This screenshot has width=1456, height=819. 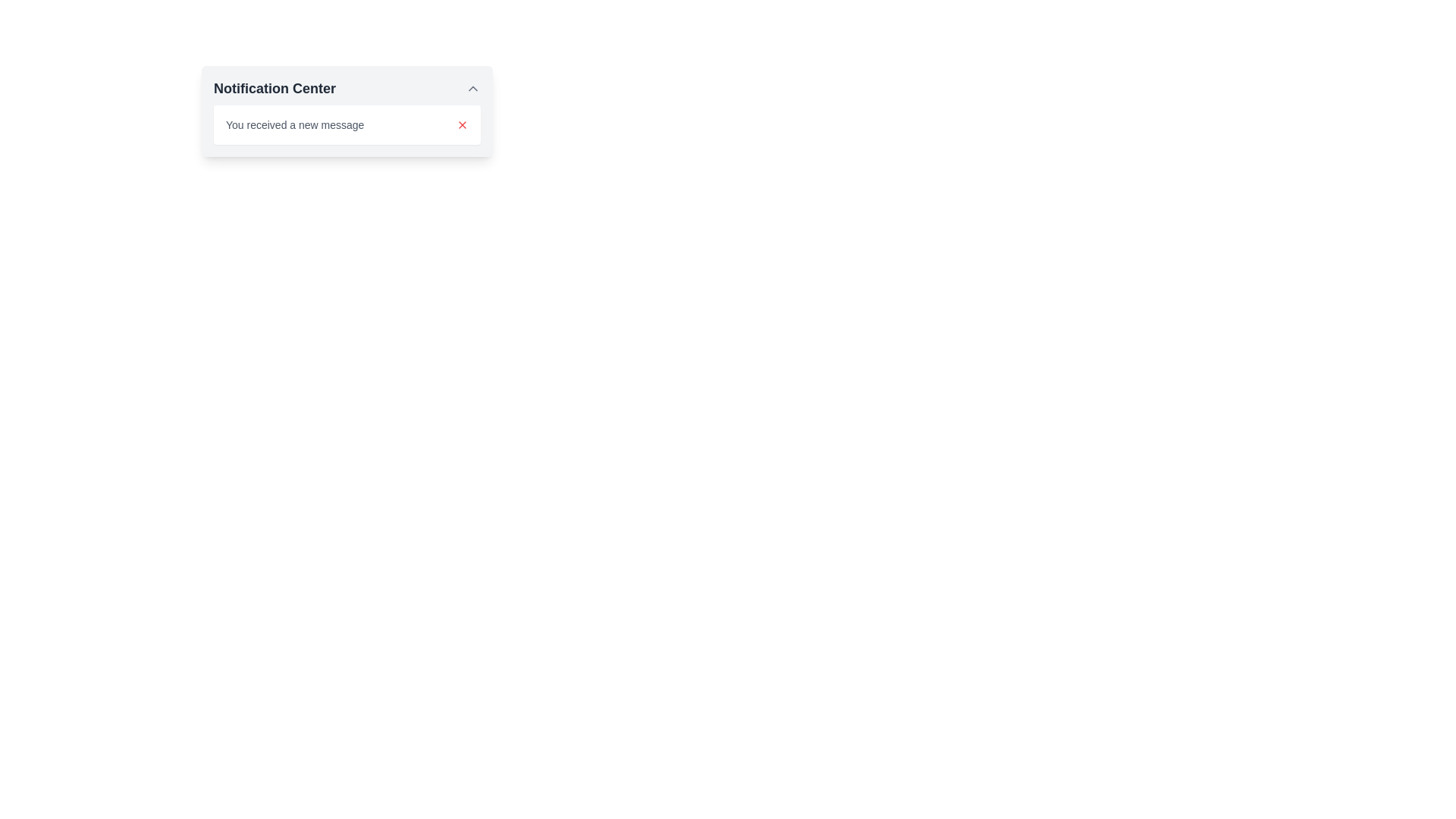 I want to click on the toggle button in the upper-right corner of the 'Notification Center' header to minimize or collapse the section, so click(x=472, y=88).